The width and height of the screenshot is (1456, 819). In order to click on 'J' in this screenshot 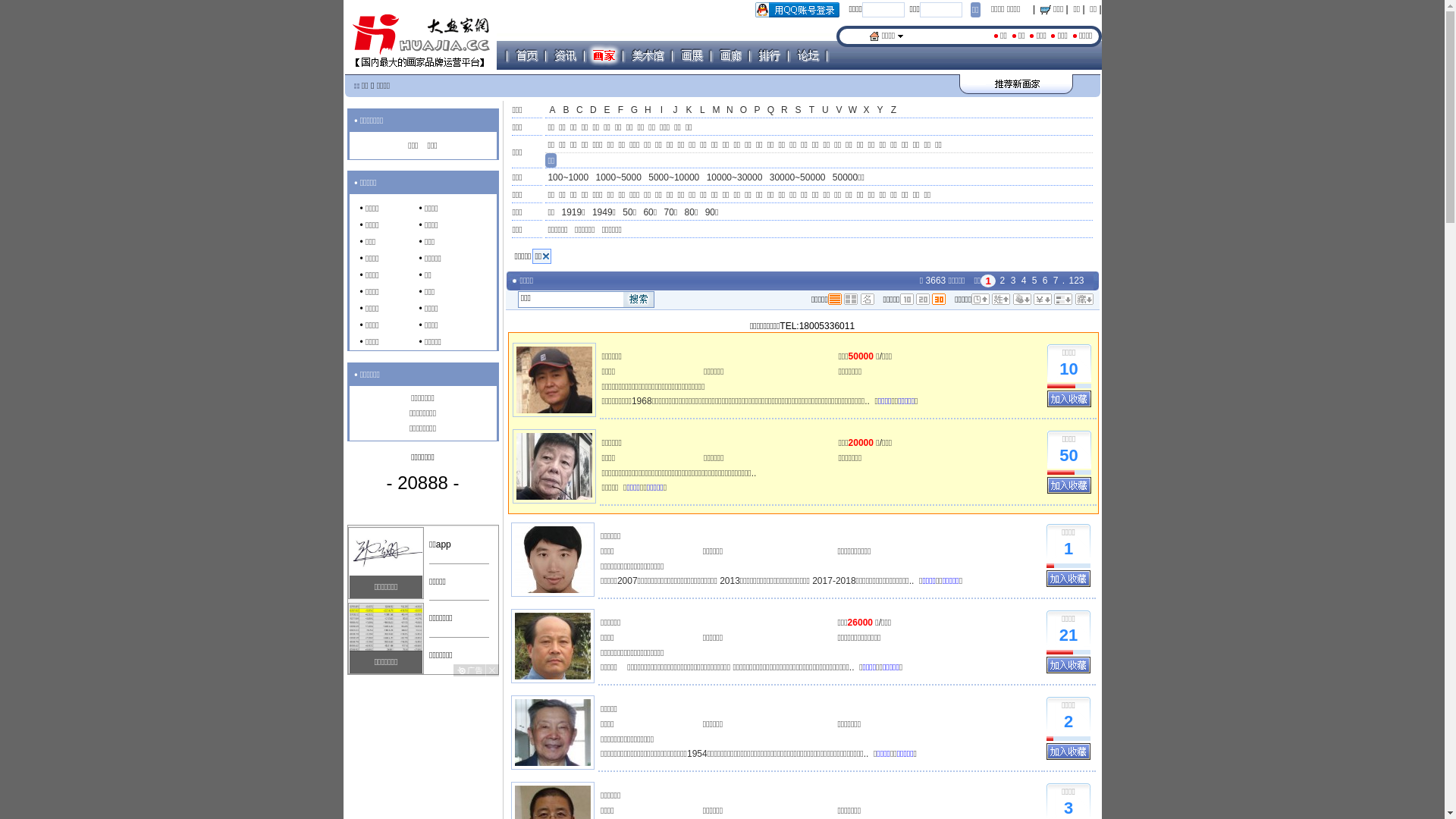, I will do `click(673, 110)`.